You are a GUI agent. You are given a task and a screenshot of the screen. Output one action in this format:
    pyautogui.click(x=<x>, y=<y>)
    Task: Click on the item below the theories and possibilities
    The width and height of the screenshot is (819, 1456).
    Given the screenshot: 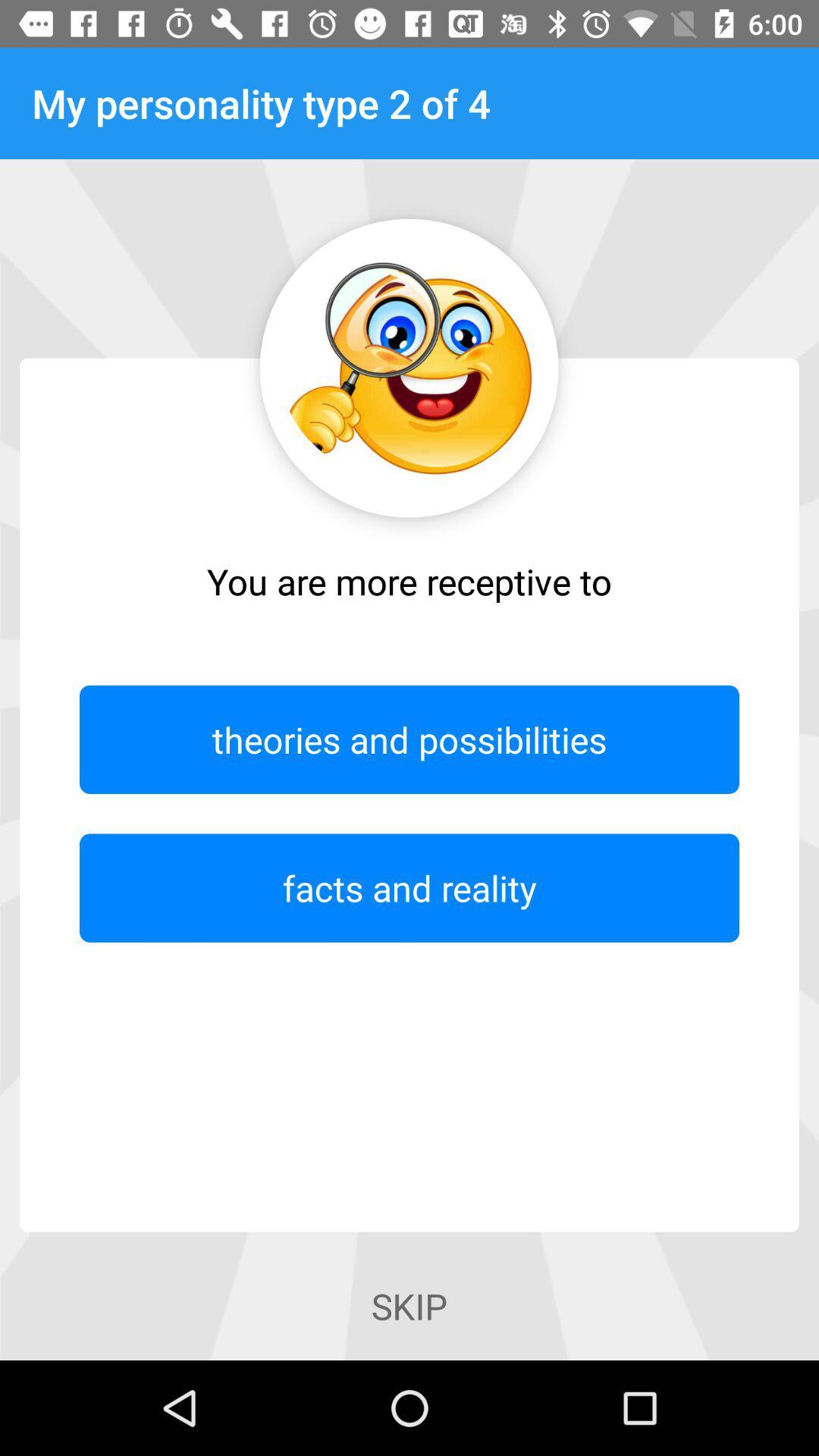 What is the action you would take?
    pyautogui.click(x=409, y=888)
    